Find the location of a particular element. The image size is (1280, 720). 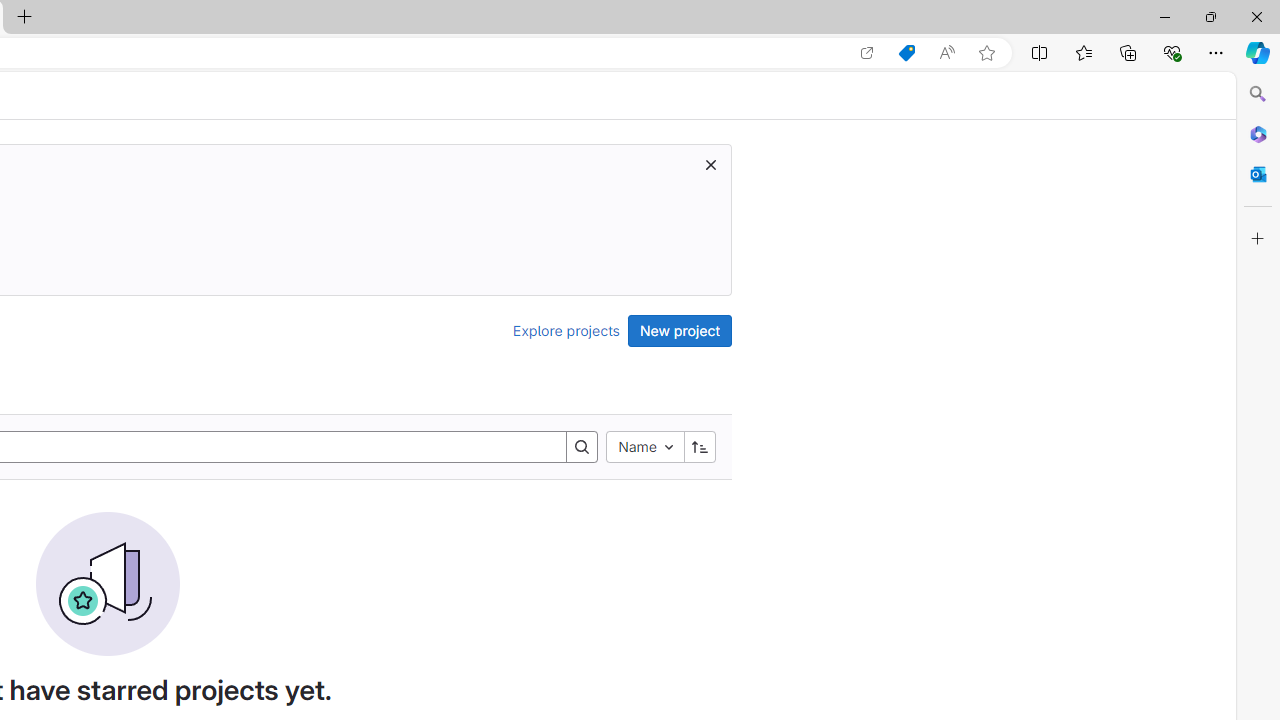

'Name' is located at coordinates (645, 445).